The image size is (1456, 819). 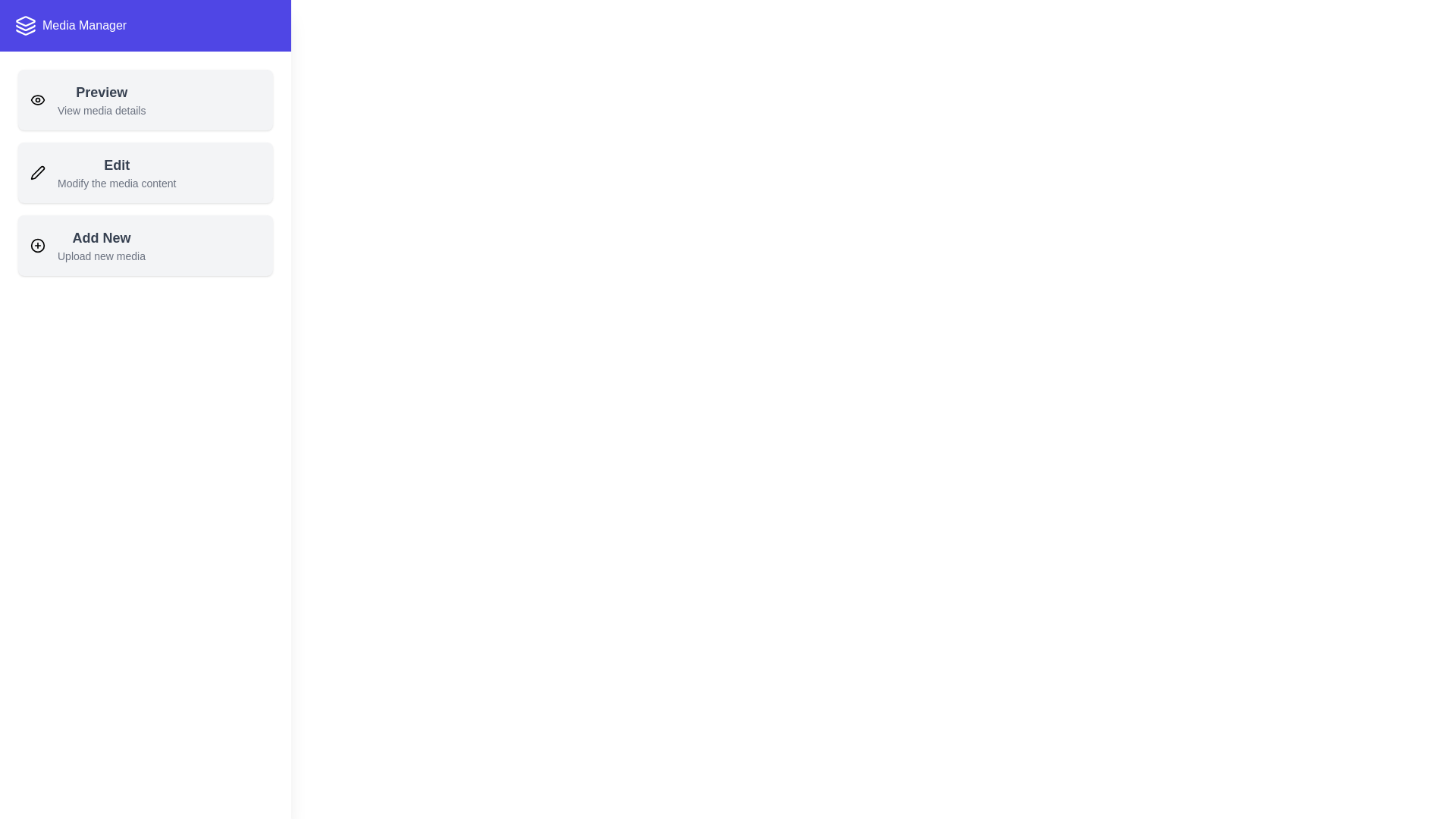 What do you see at coordinates (100, 245) in the screenshot?
I see `the 'Add New' button to upload new media` at bounding box center [100, 245].